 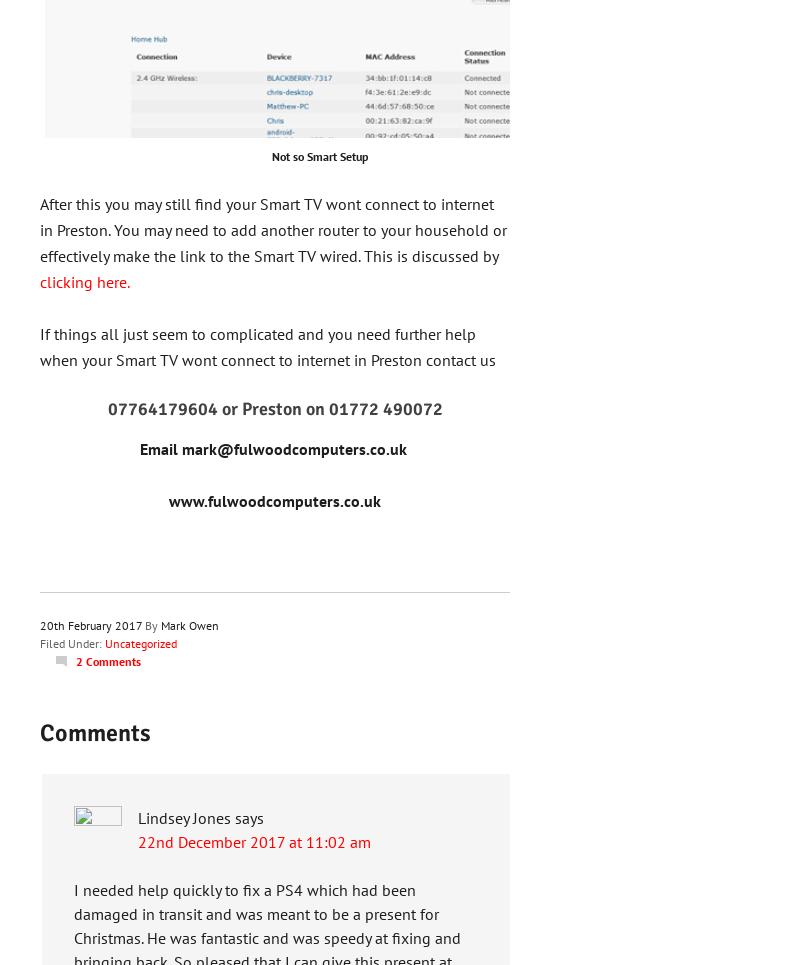 What do you see at coordinates (248, 817) in the screenshot?
I see `'says'` at bounding box center [248, 817].